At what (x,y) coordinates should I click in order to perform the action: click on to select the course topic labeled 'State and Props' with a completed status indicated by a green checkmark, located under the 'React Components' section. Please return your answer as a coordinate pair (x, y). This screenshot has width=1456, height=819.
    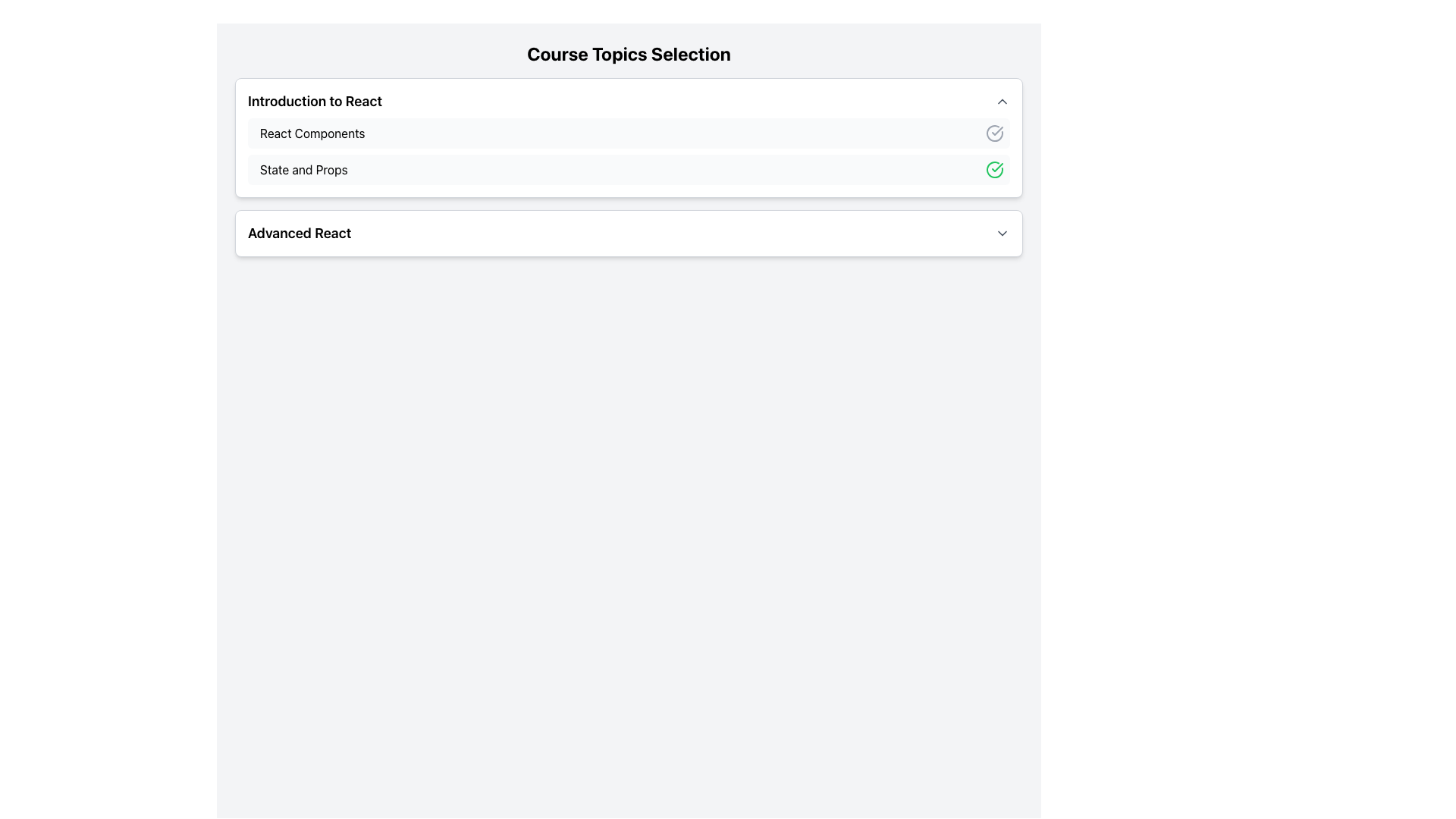
    Looking at the image, I should click on (629, 169).